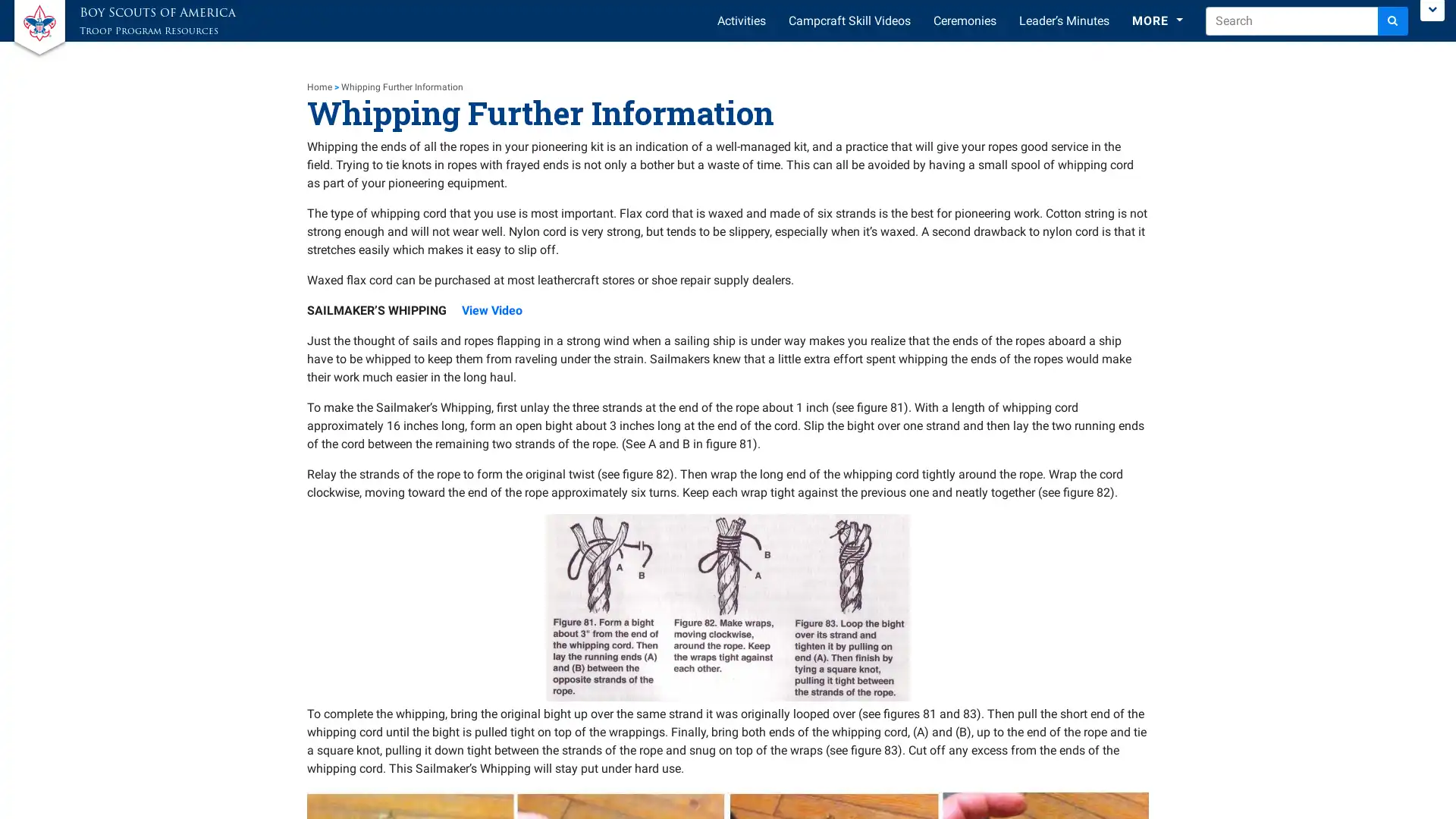 The width and height of the screenshot is (1456, 819). What do you see at coordinates (1393, 20) in the screenshot?
I see `Search` at bounding box center [1393, 20].